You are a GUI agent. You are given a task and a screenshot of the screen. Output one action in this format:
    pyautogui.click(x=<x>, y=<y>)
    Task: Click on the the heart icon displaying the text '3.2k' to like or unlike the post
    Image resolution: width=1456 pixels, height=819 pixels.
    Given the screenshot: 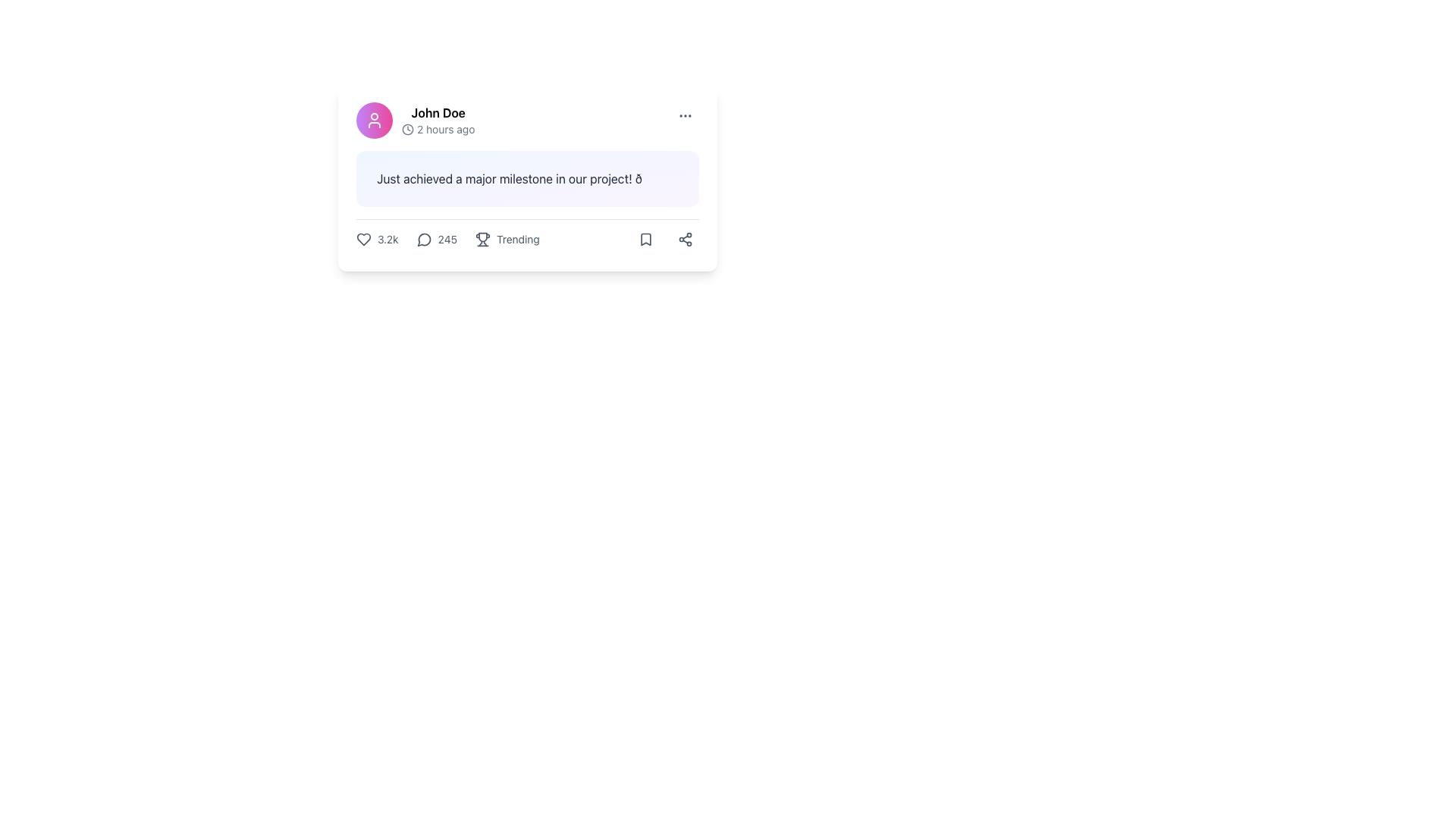 What is the action you would take?
    pyautogui.click(x=377, y=239)
    